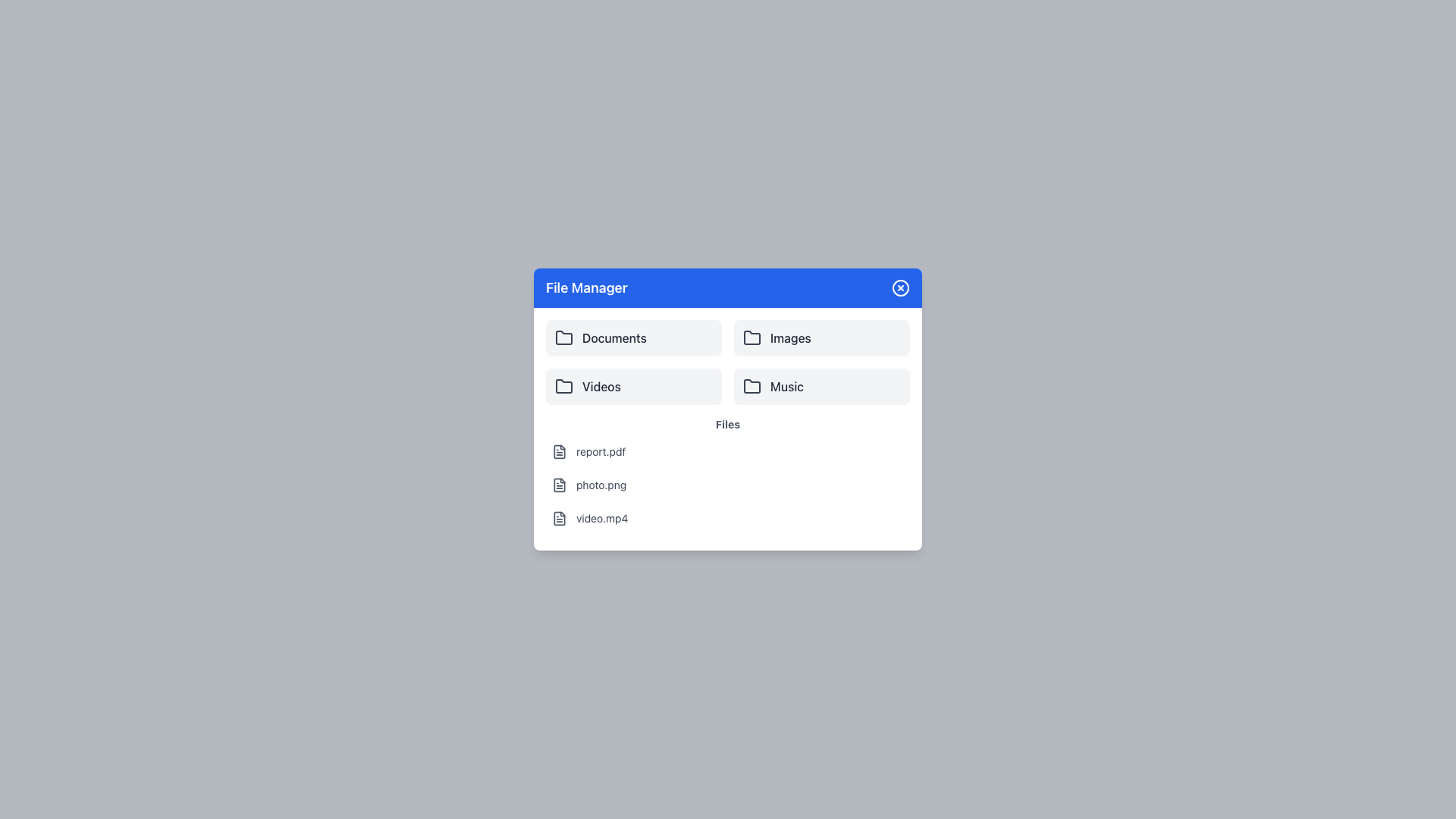  What do you see at coordinates (901, 288) in the screenshot?
I see `the close button located on the right side of the blue header bar, adjacent to the text 'File Manager'` at bounding box center [901, 288].